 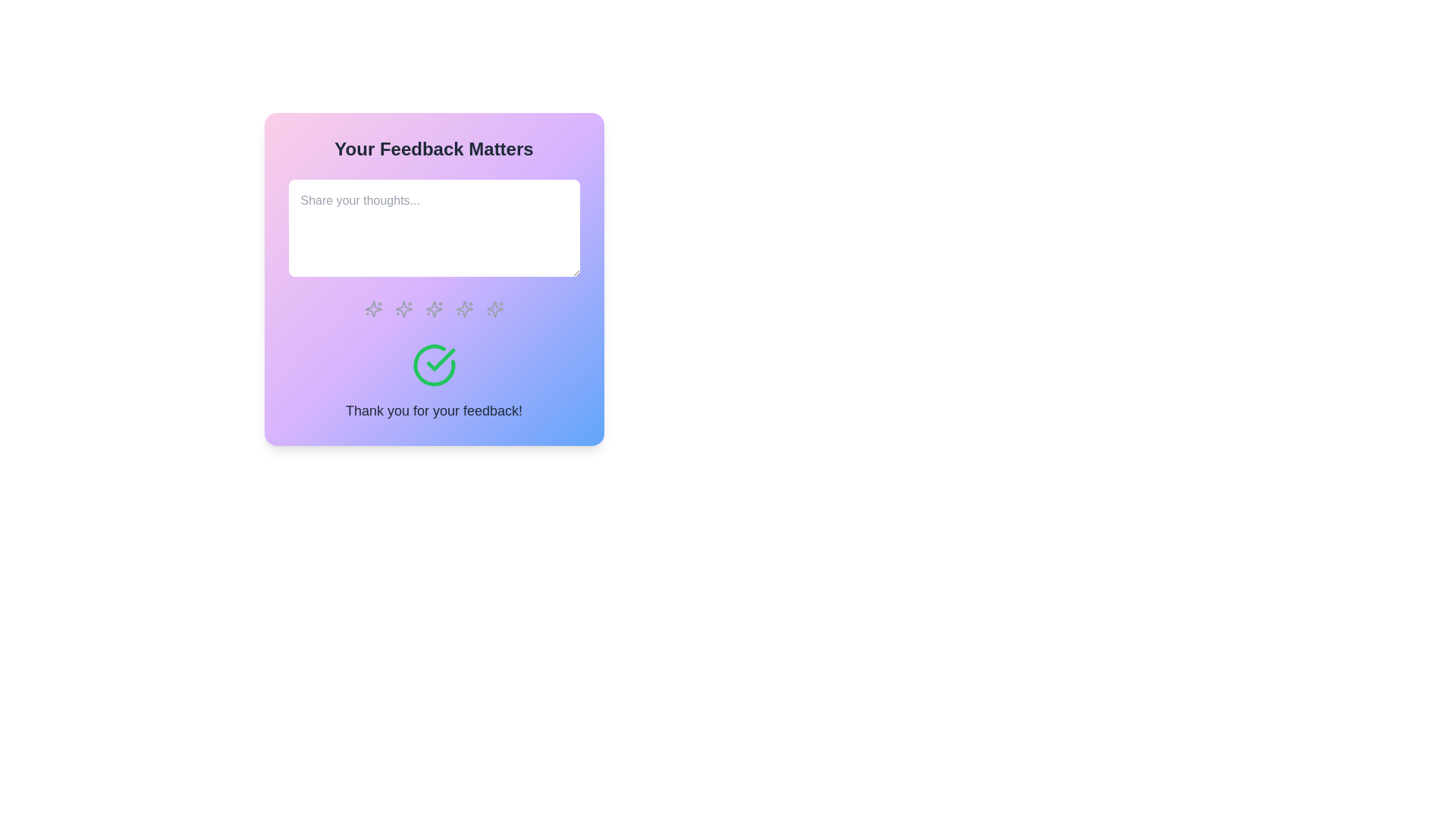 I want to click on the first star icon in the rating options of the feedback form, located directly below the input box, so click(x=373, y=309).